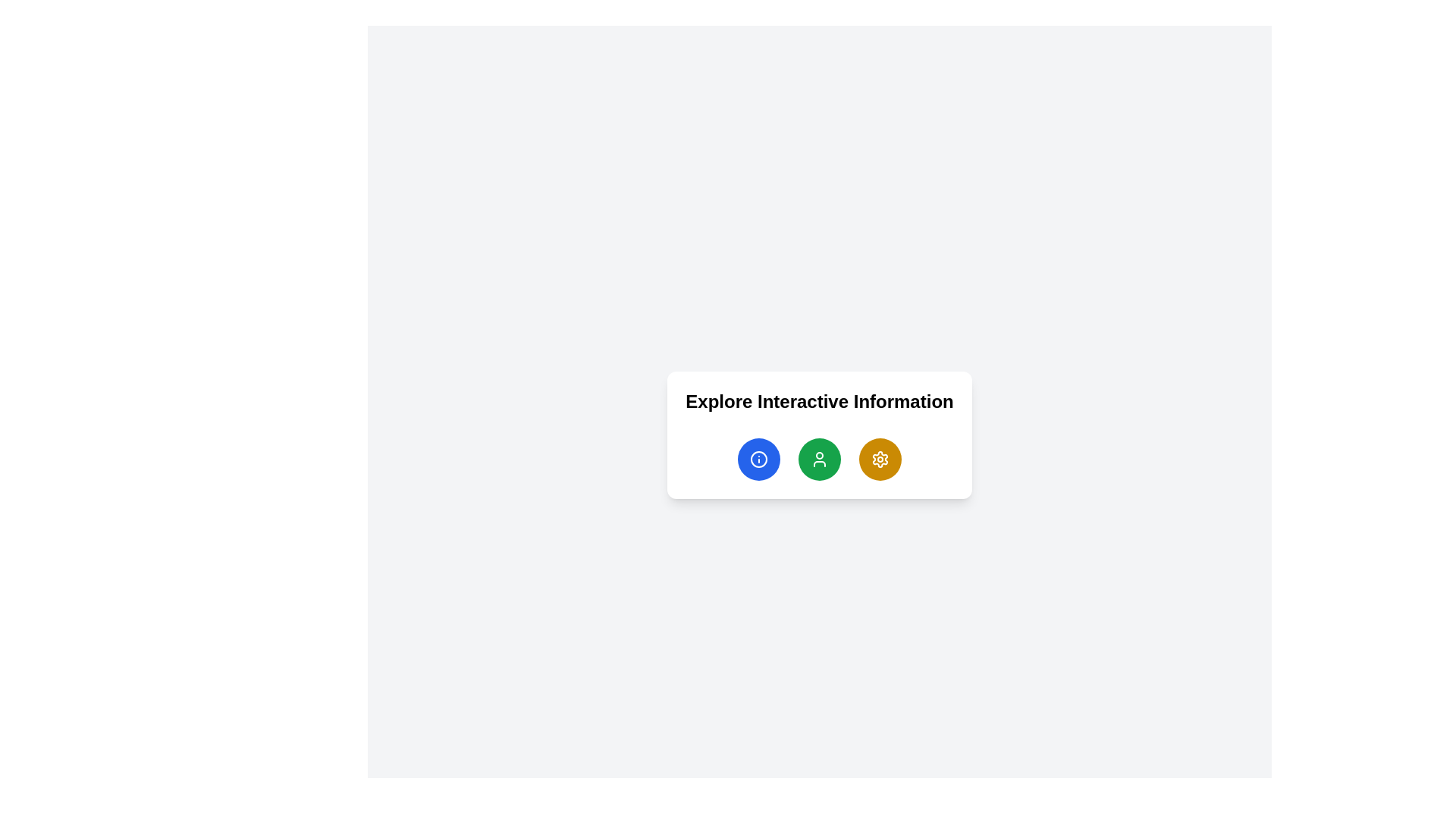 The height and width of the screenshot is (819, 1456). Describe the element at coordinates (758, 458) in the screenshot. I see `the left-most circular icon with a blue border and white background, which contains an 'i' symbol, located below the 'Explore Interactive Information' text` at that location.